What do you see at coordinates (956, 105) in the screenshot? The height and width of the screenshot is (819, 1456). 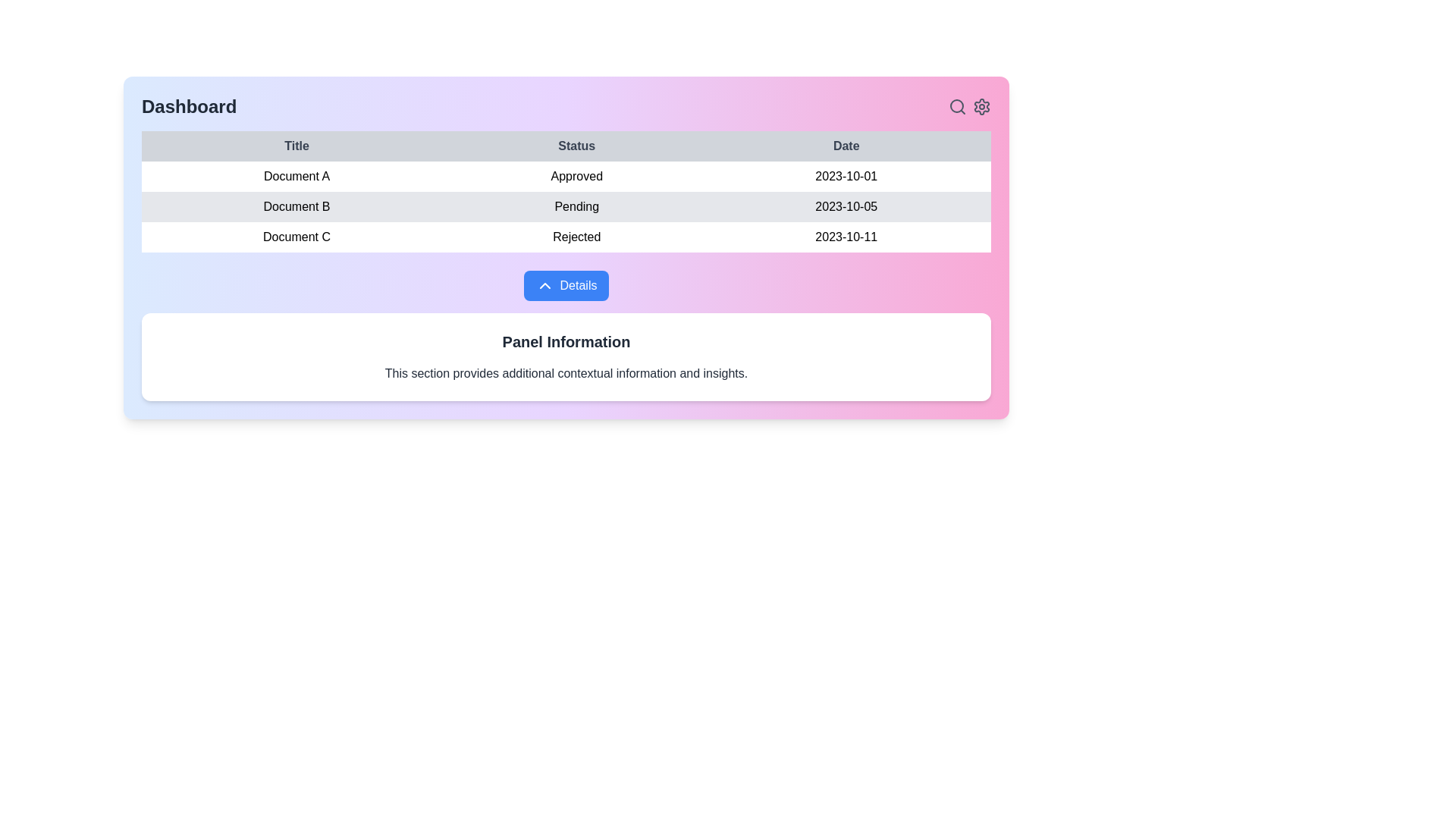 I see `the SVG Circle element that forms part of the circular base of the magnifying glass icon located in the top-right corner of the application's header` at bounding box center [956, 105].